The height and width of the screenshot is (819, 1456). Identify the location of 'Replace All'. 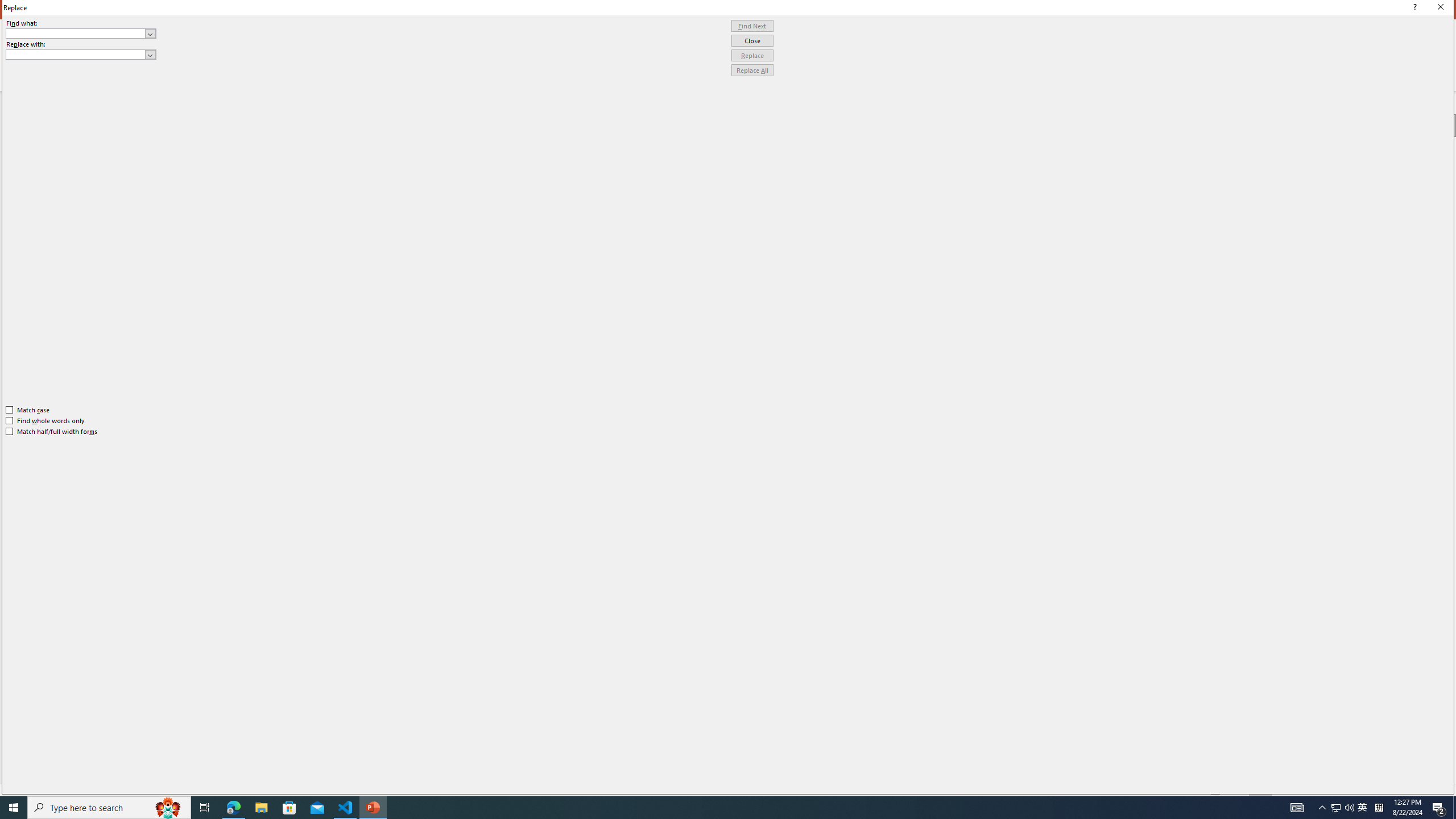
(752, 69).